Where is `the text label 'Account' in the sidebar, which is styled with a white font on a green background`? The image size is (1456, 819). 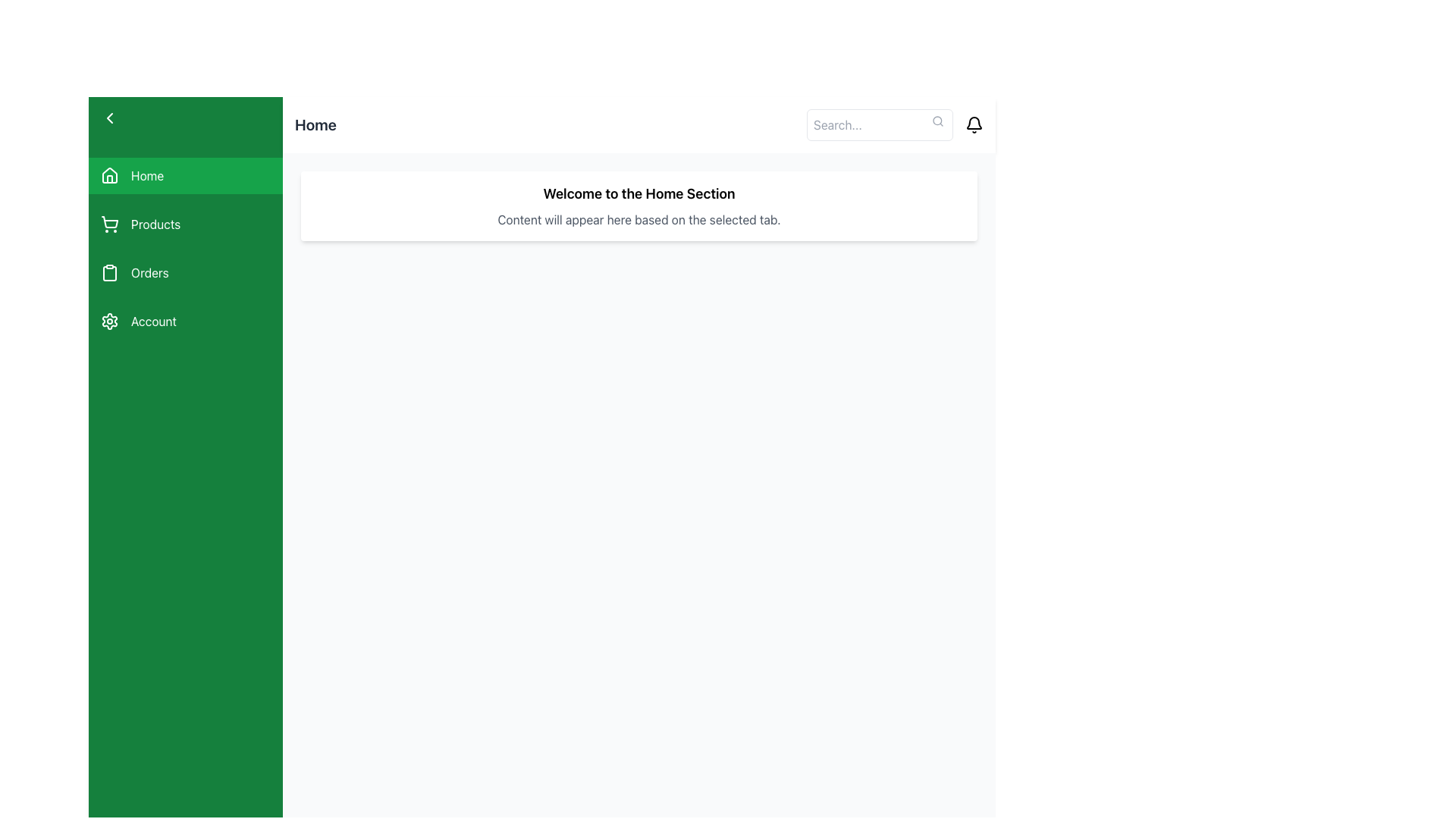
the text label 'Account' in the sidebar, which is styled with a white font on a green background is located at coordinates (153, 321).